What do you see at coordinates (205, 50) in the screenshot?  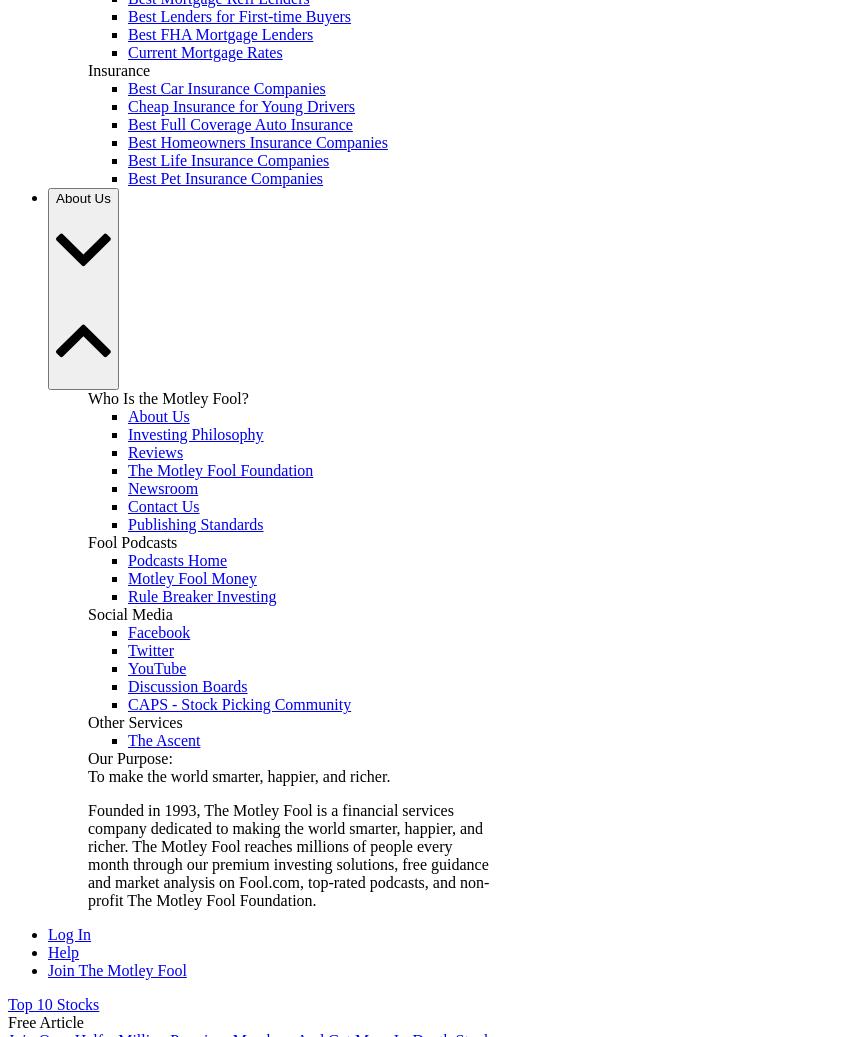 I see `'Current Mortgage Rates'` at bounding box center [205, 50].